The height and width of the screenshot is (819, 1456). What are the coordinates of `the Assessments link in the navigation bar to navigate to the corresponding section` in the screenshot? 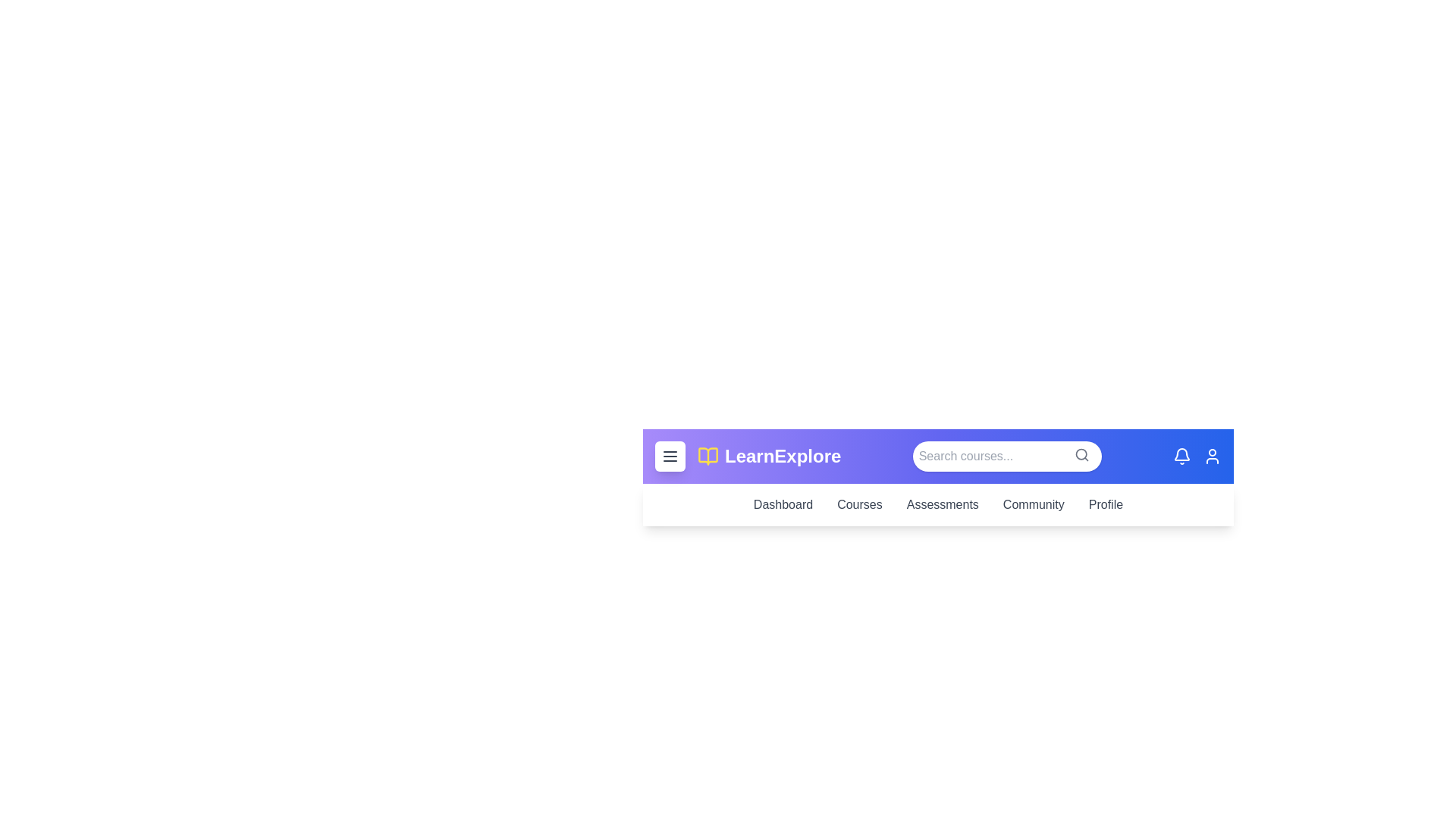 It's located at (942, 505).